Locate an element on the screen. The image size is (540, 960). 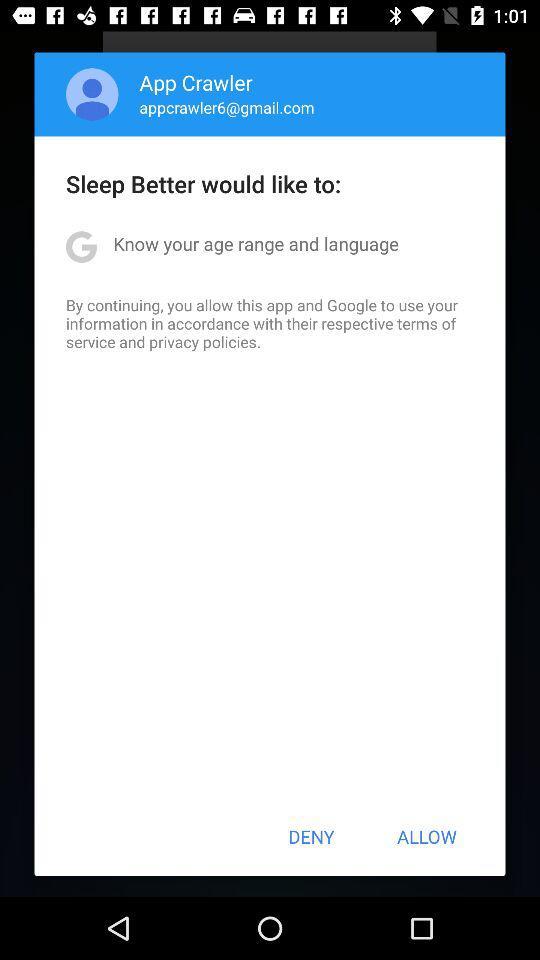
know your age icon is located at coordinates (256, 242).